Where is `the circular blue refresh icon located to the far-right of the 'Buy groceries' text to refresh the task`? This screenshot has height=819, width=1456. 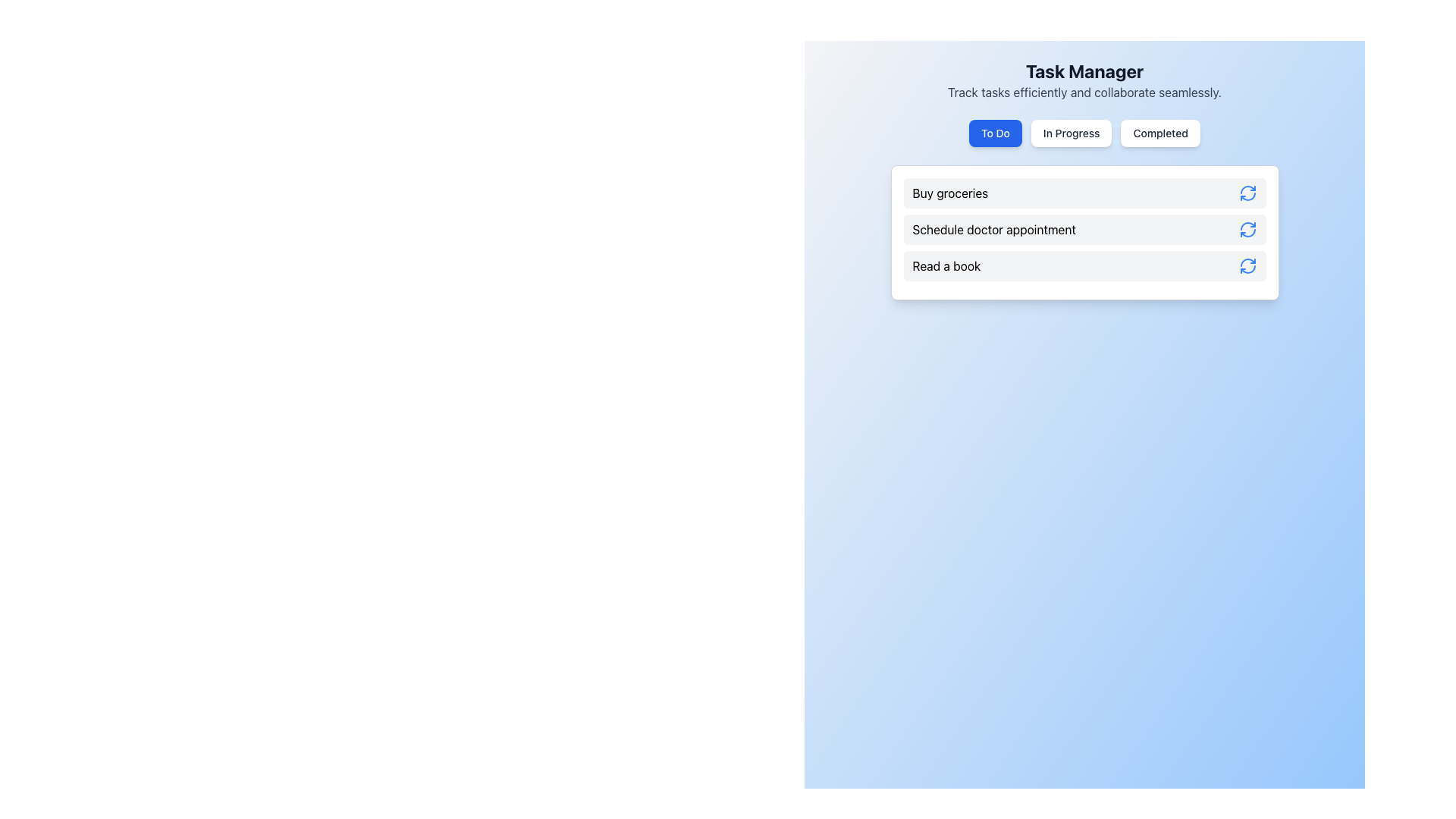
the circular blue refresh icon located to the far-right of the 'Buy groceries' text to refresh the task is located at coordinates (1247, 192).